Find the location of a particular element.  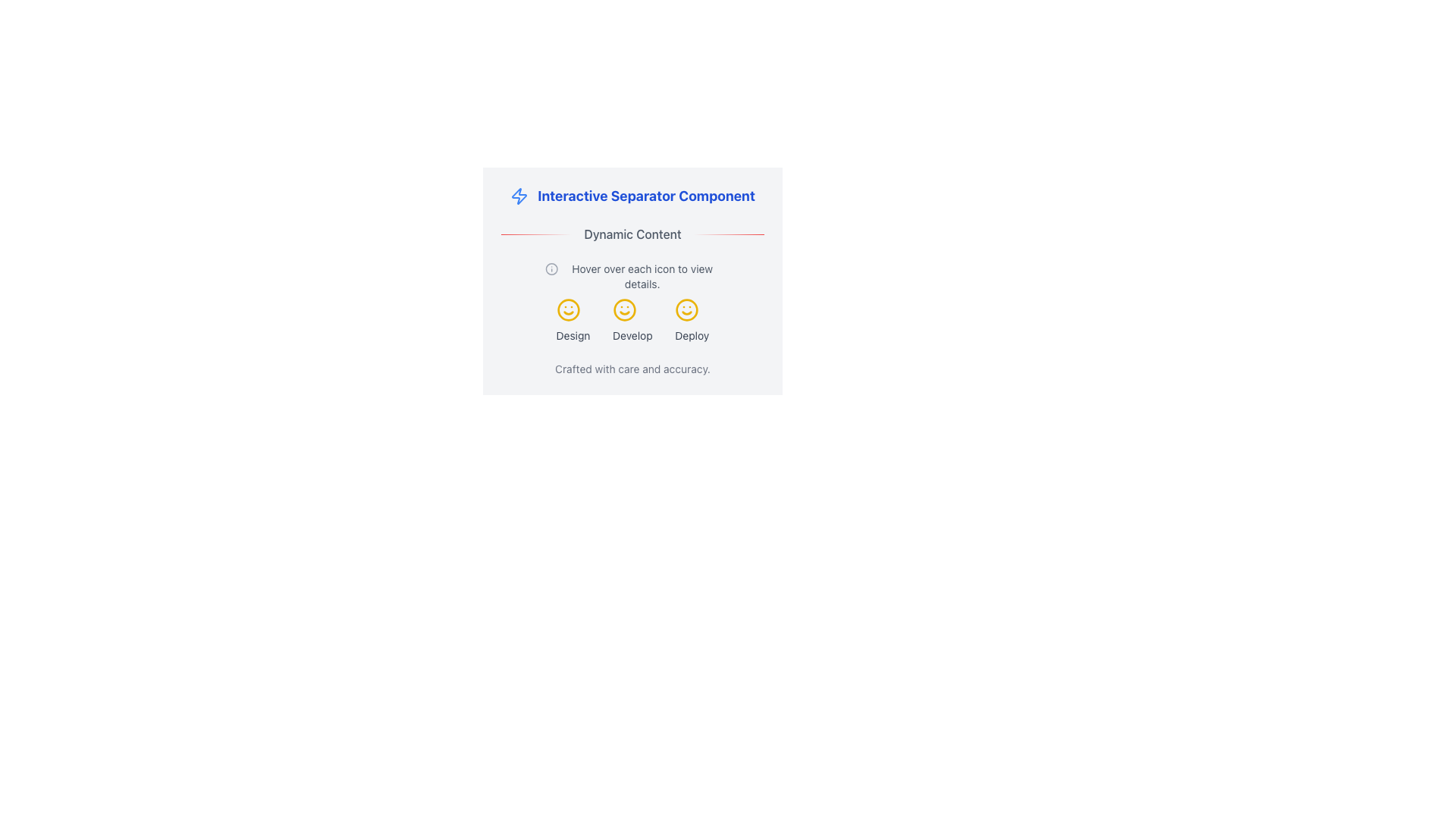

the 'Develop' icon, which is the middle icon in the horizontal arrangement beneath the 'Dynamic Content' heading is located at coordinates (625, 309).